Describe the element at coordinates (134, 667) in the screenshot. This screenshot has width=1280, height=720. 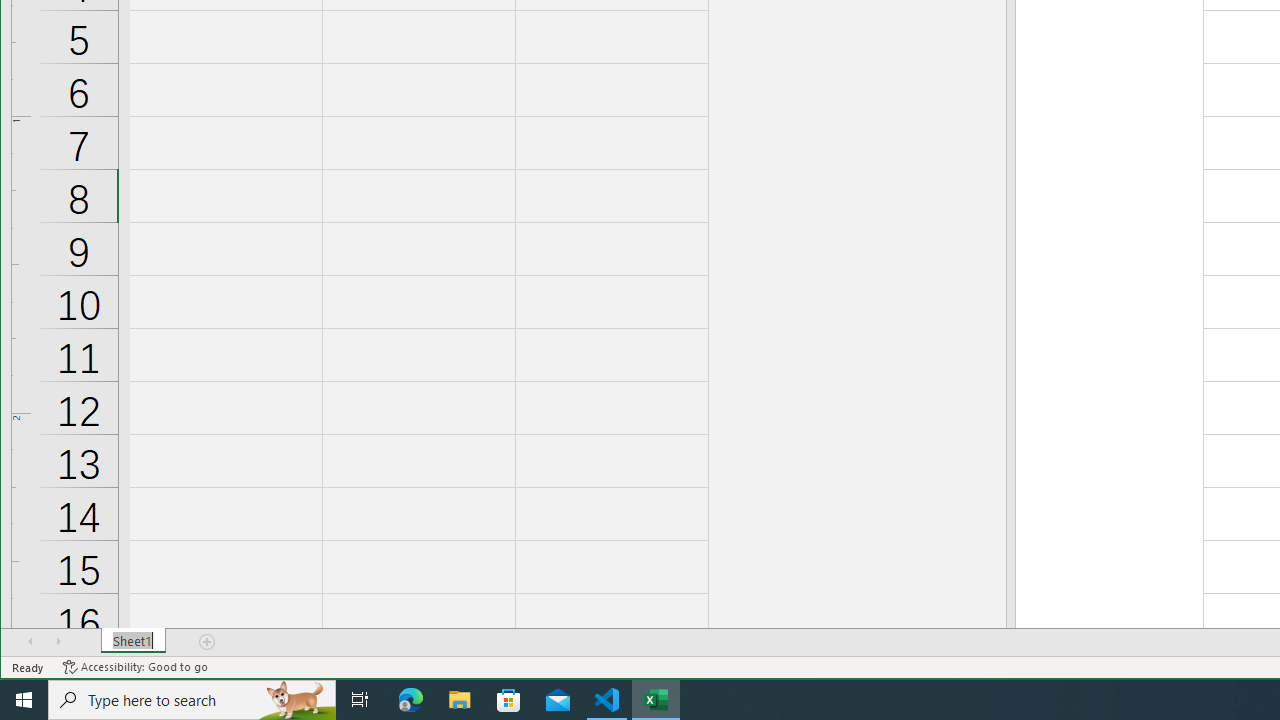
I see `'Accessibility Checker Accessibility: Good to go'` at that location.